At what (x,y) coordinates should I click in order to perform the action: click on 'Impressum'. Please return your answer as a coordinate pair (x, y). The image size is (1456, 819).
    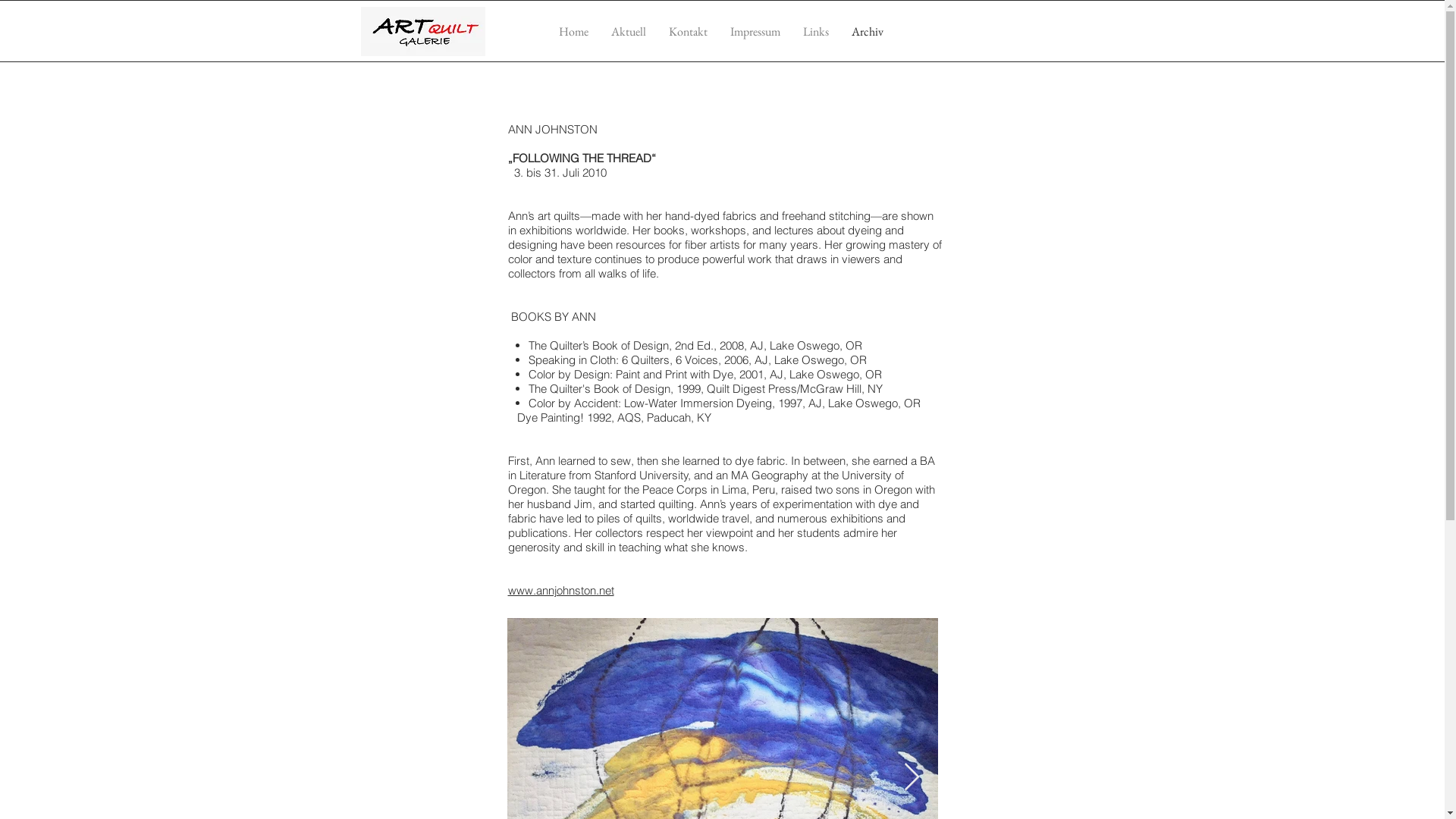
    Looking at the image, I should click on (755, 31).